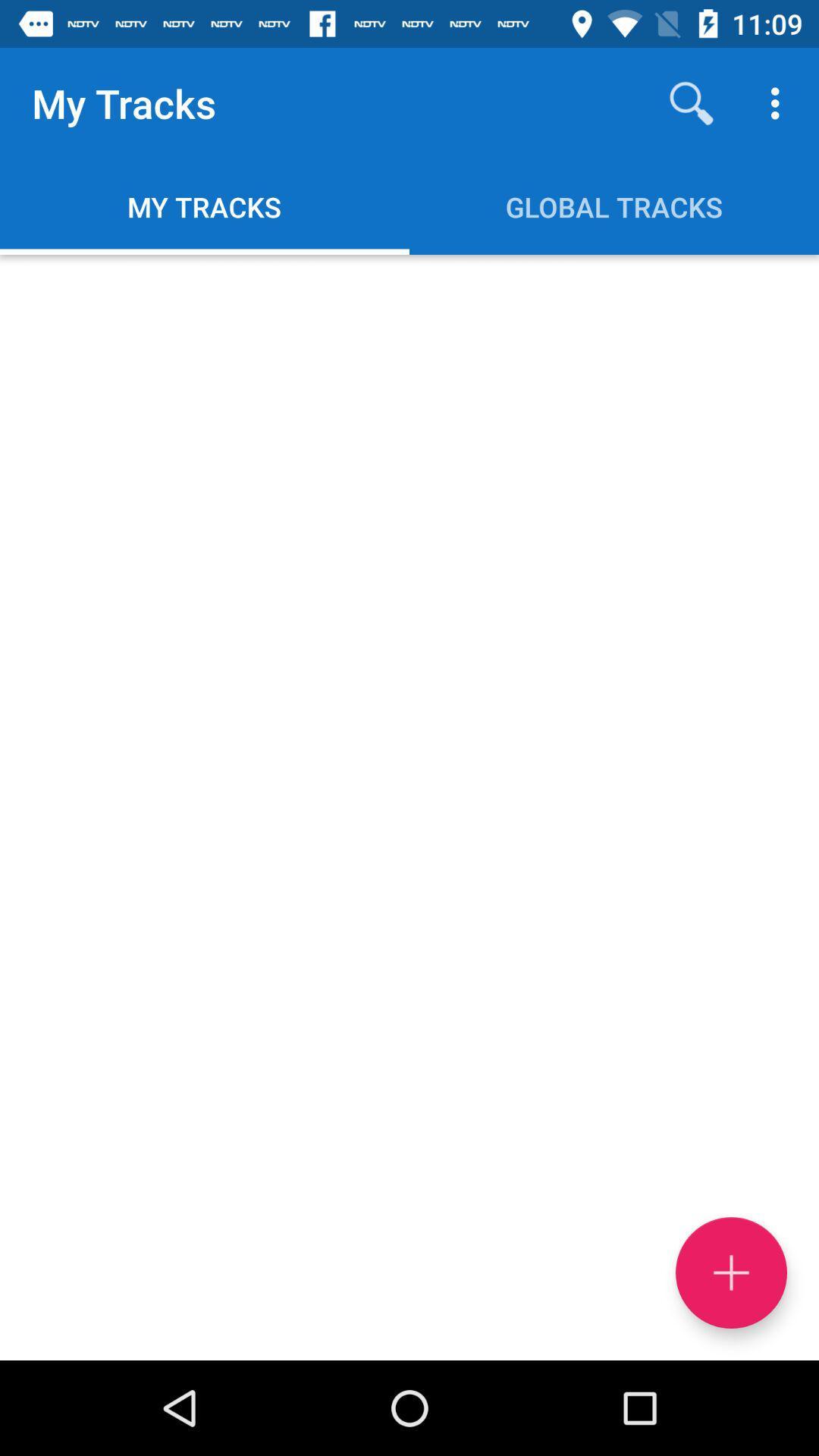  What do you see at coordinates (691, 102) in the screenshot?
I see `item next to my tracks icon` at bounding box center [691, 102].